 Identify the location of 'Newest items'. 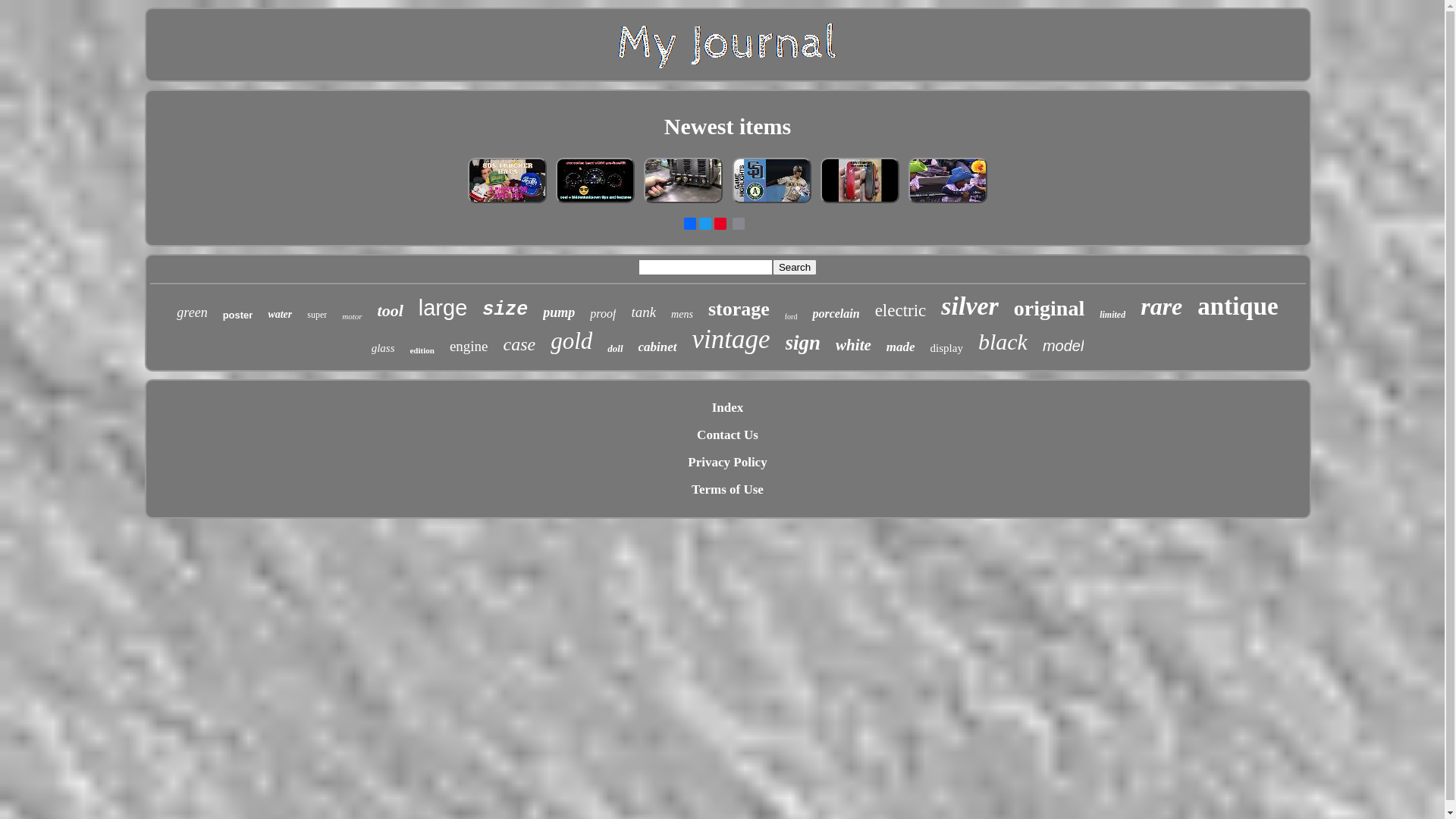
(726, 125).